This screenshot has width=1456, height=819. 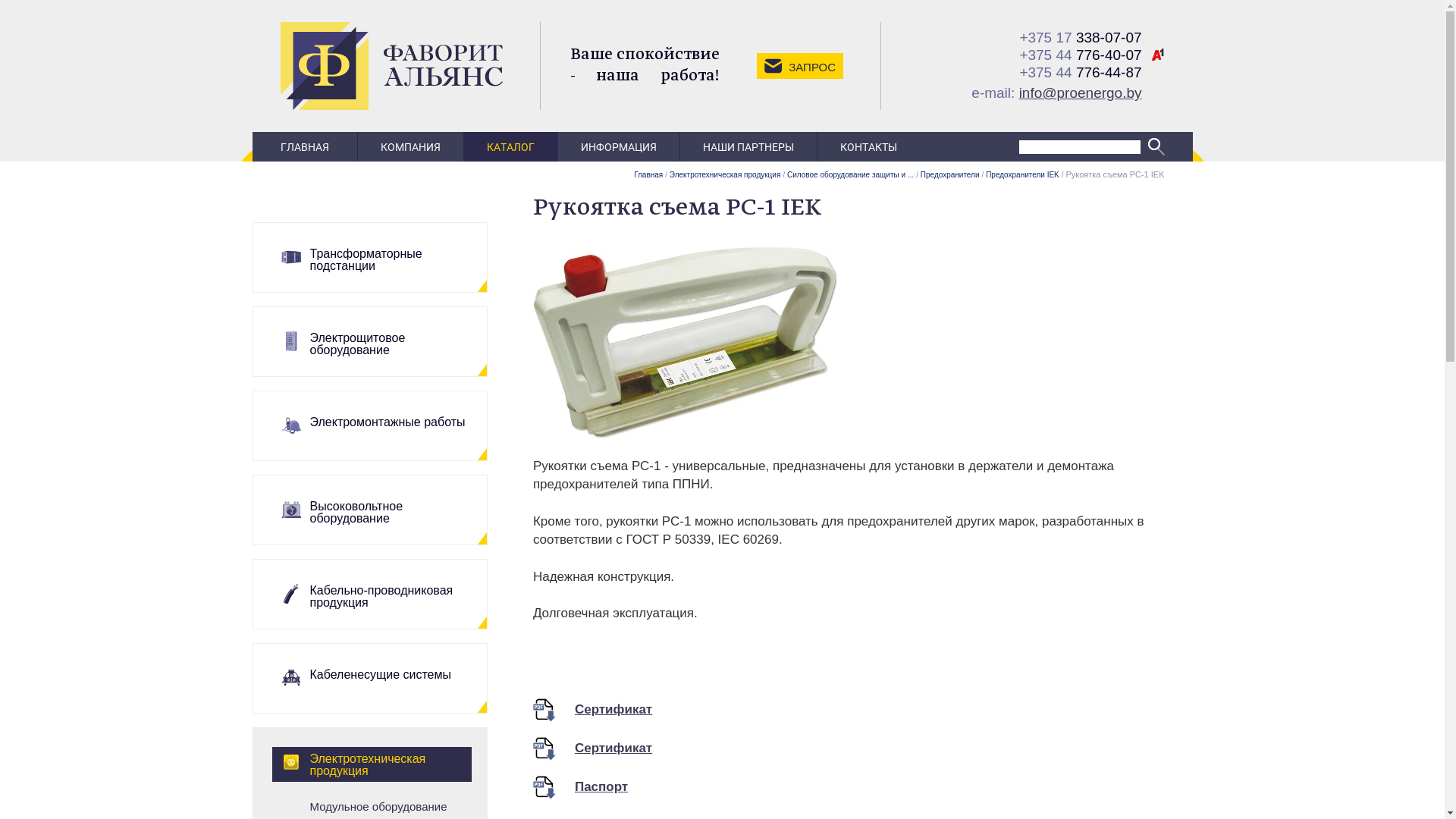 I want to click on '+375 17 338-07-07', so click(x=1079, y=36).